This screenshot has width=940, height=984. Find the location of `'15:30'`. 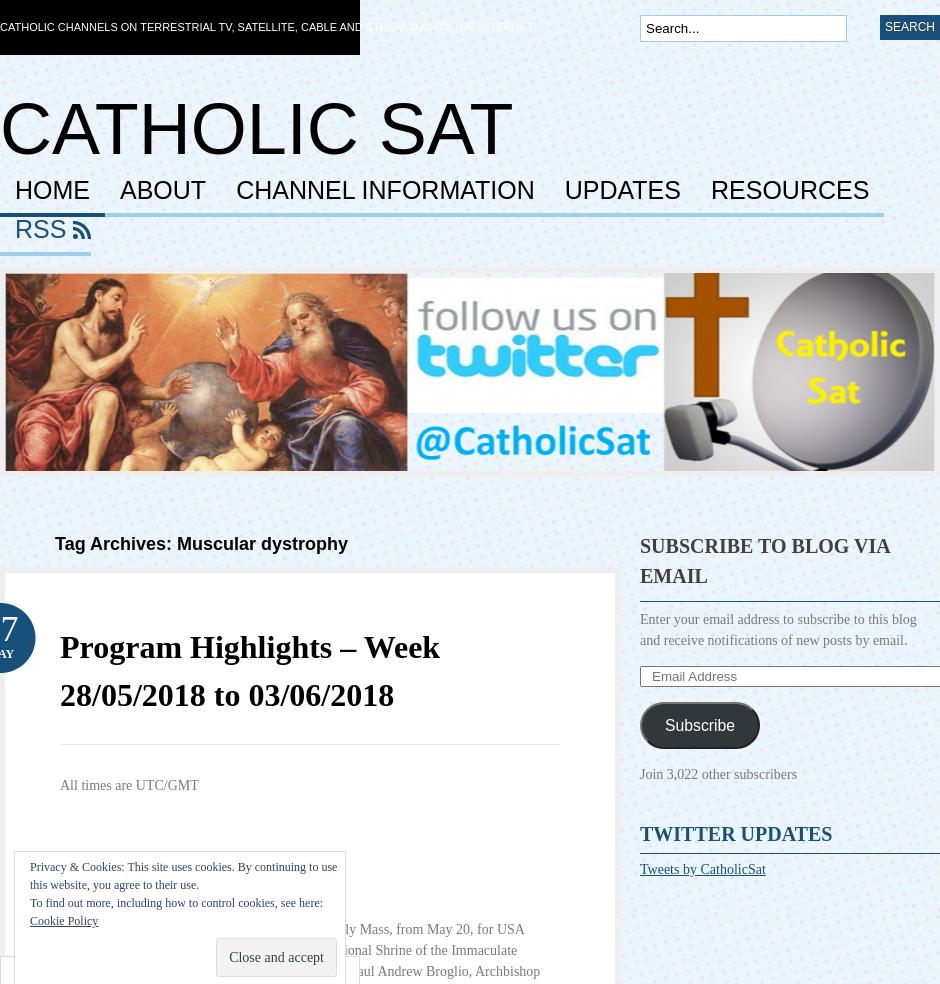

'15:30' is located at coordinates (74, 893).